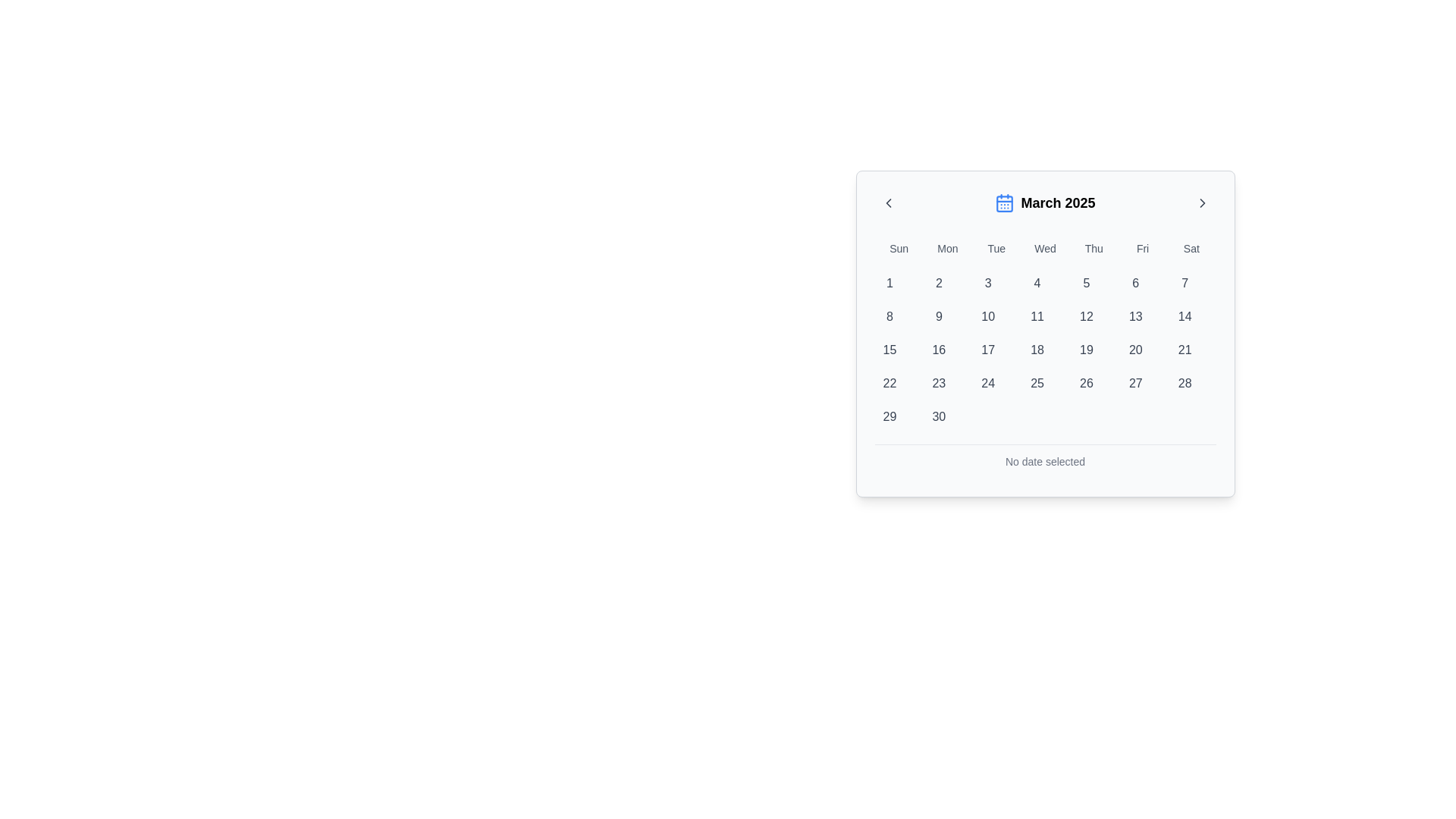 The width and height of the screenshot is (1456, 819). What do you see at coordinates (1184, 350) in the screenshot?
I see `the interactive day entry button for the 21st day of the month, located under the Saturday column in the fourth row of the calendar grid, for keyboard interaction` at bounding box center [1184, 350].